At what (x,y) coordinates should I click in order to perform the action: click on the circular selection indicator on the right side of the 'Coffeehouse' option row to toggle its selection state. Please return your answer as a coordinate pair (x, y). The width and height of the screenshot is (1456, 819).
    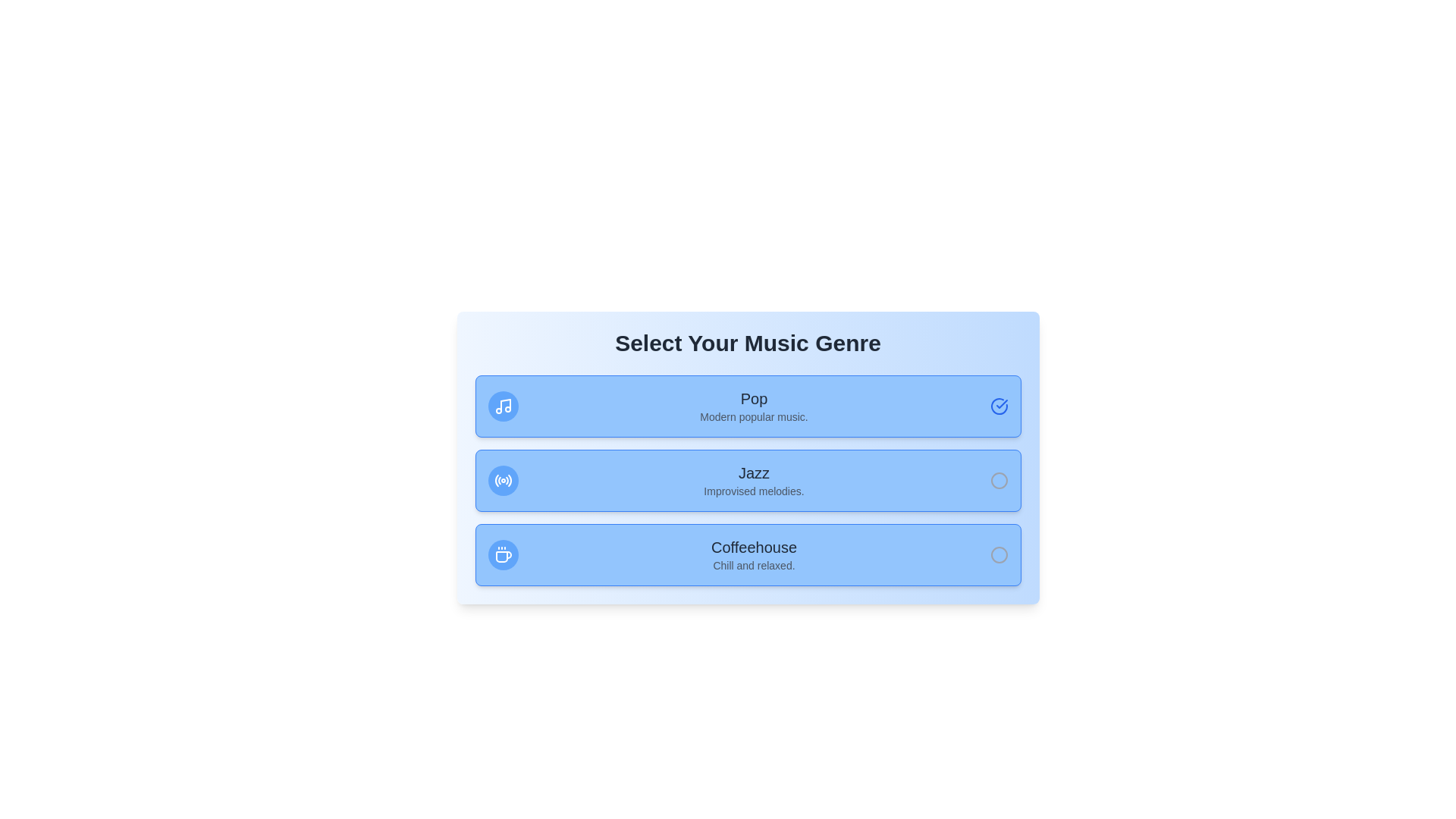
    Looking at the image, I should click on (999, 555).